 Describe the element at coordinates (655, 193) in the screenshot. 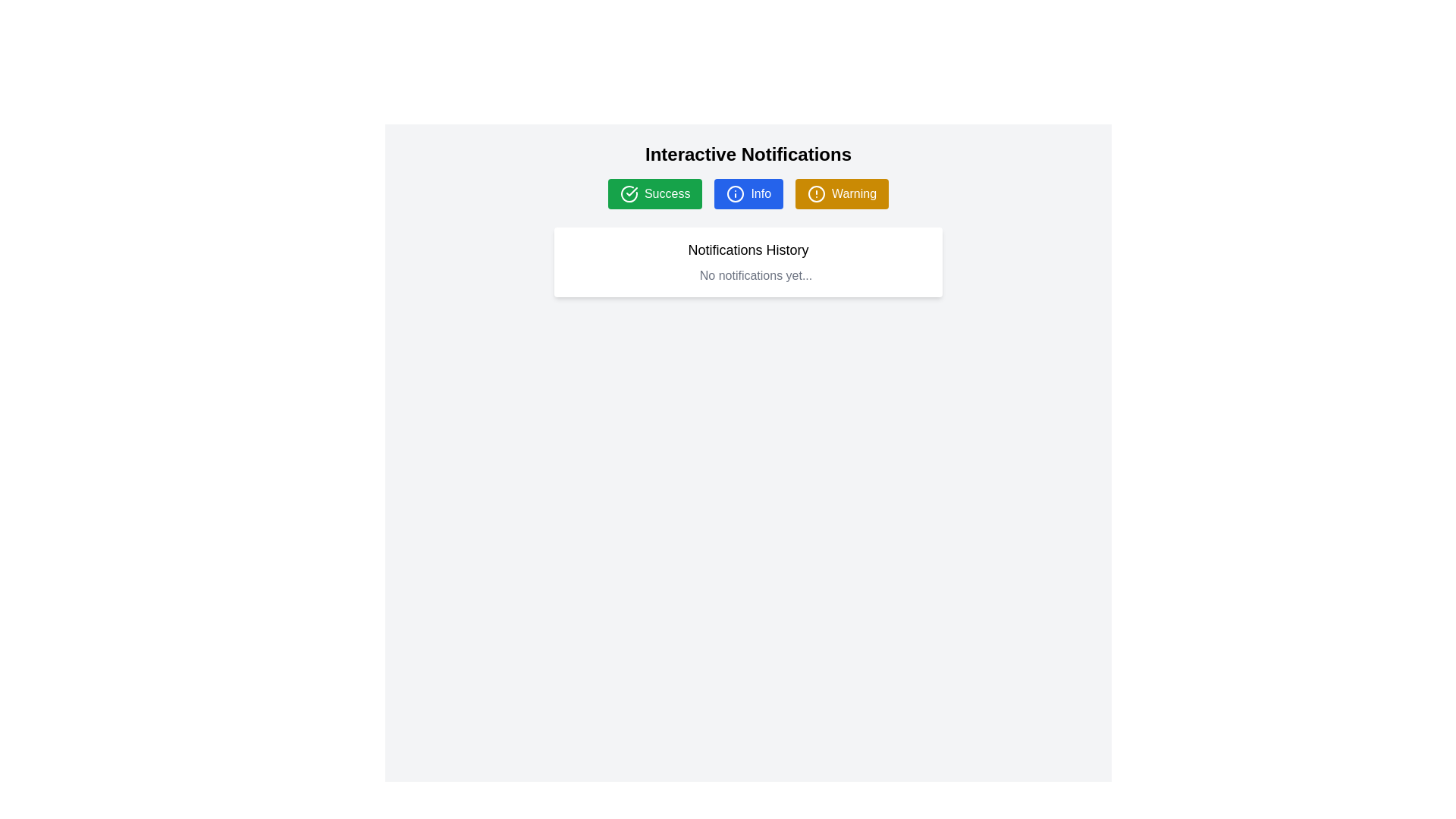

I see `the green 'Success' button with a white checkmark icon, located beneath the 'Interactive Notifications' heading` at that location.